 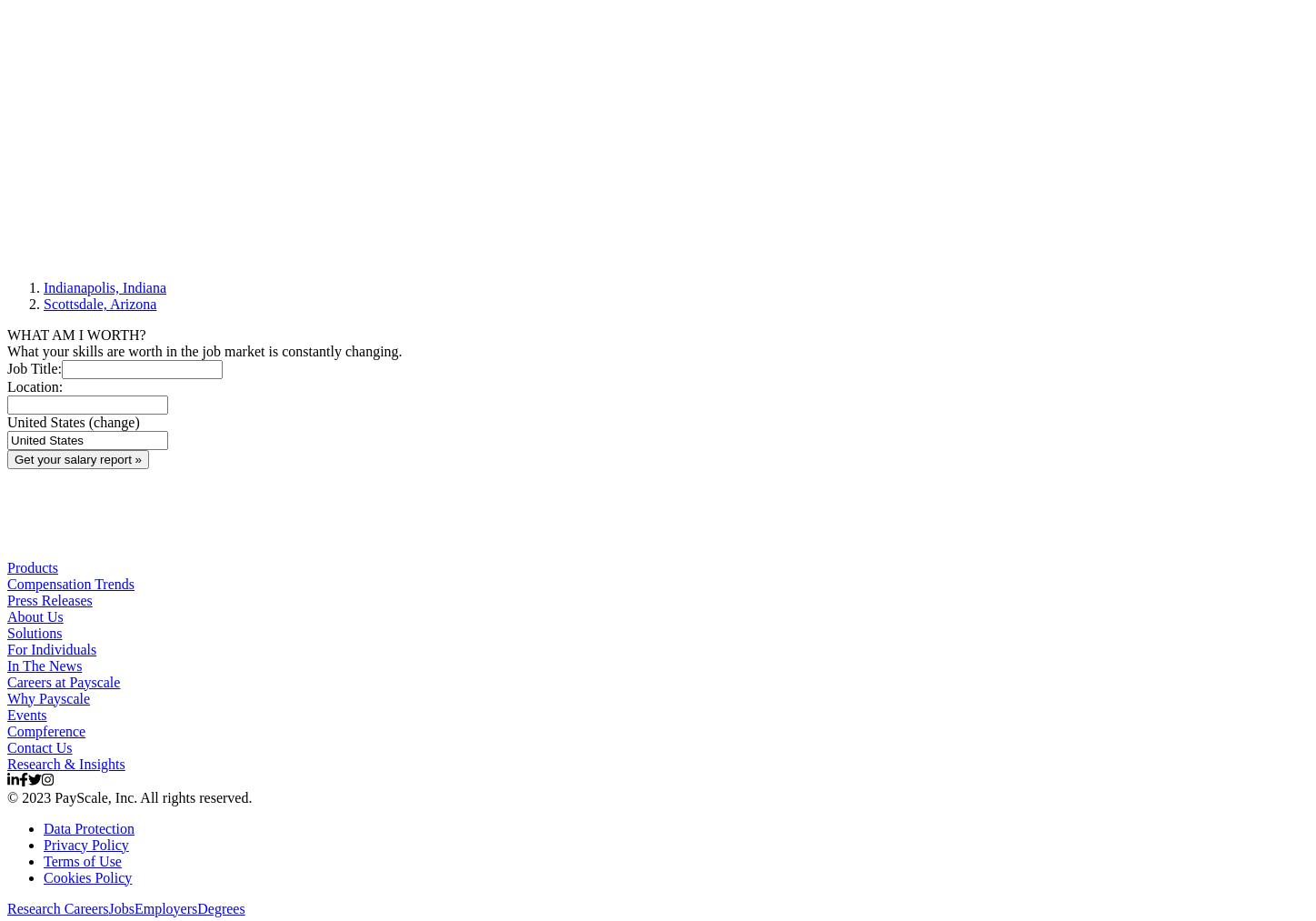 I want to click on 'Research & Insights', so click(x=65, y=762).